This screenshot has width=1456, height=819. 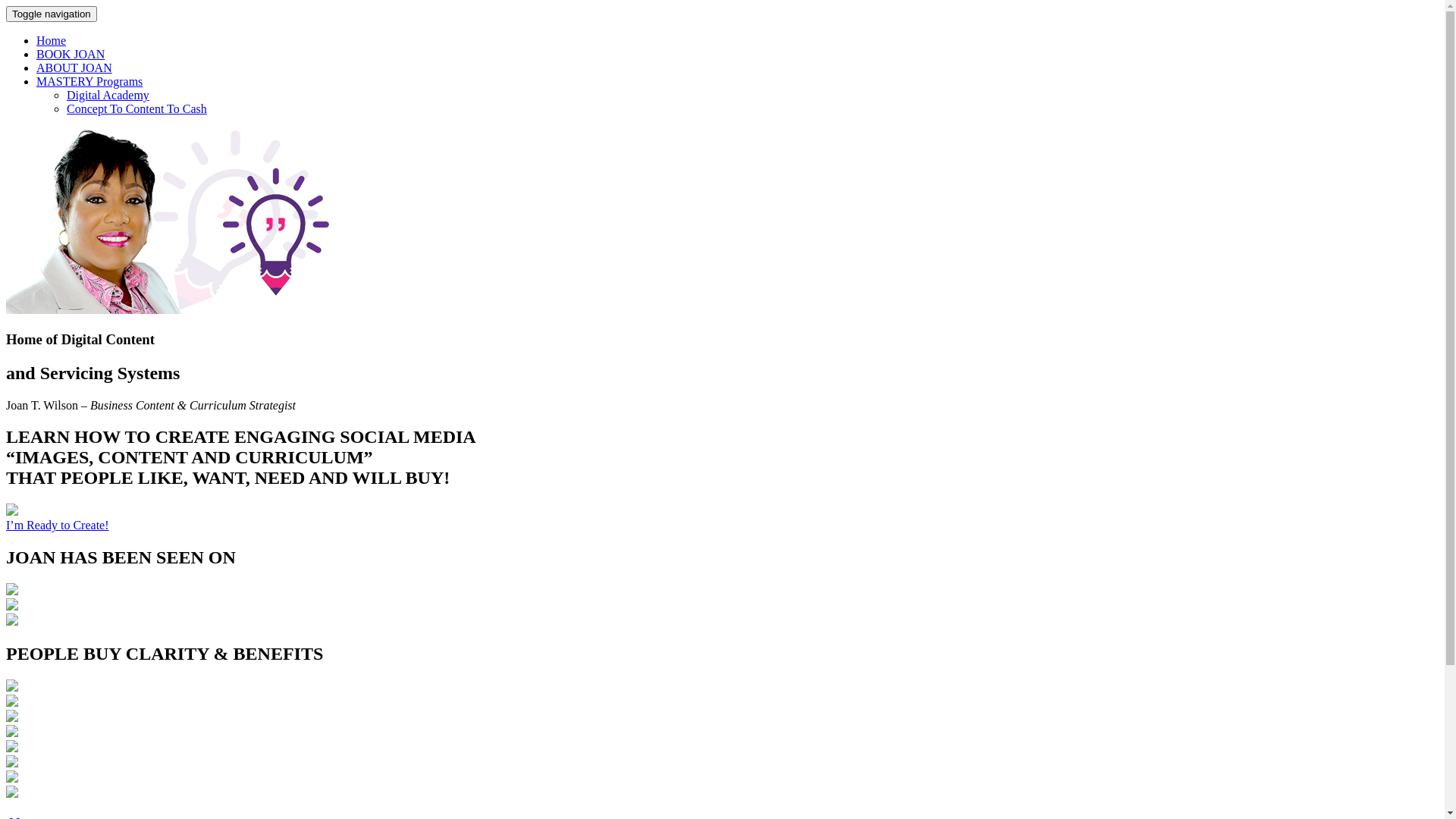 I want to click on 'ABOUT JOAN', so click(x=73, y=67).